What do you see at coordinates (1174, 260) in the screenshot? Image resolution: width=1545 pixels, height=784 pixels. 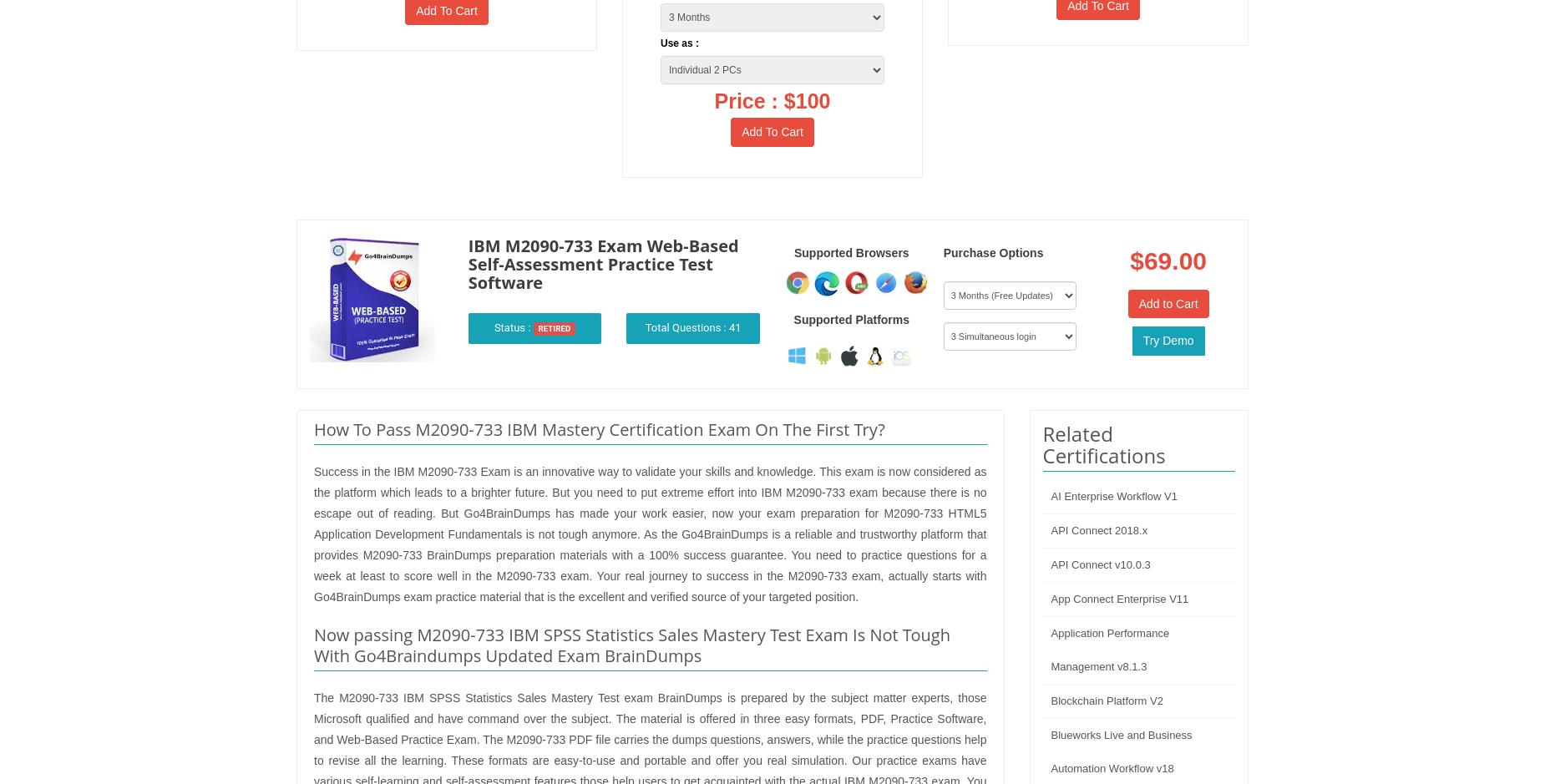 I see `'69.00'` at bounding box center [1174, 260].